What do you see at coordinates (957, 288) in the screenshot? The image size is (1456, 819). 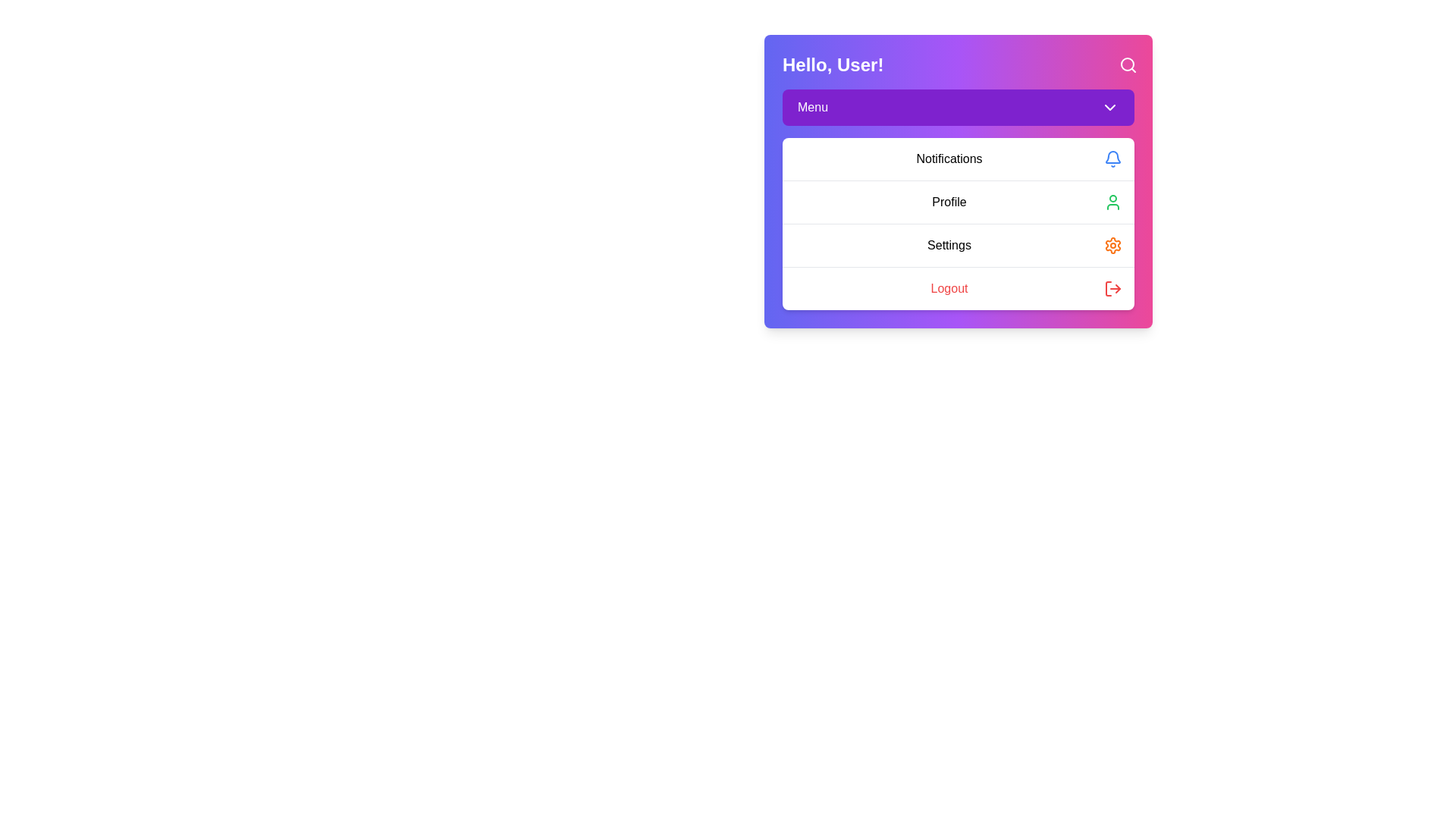 I see `the 'Logout' option to log out` at bounding box center [957, 288].